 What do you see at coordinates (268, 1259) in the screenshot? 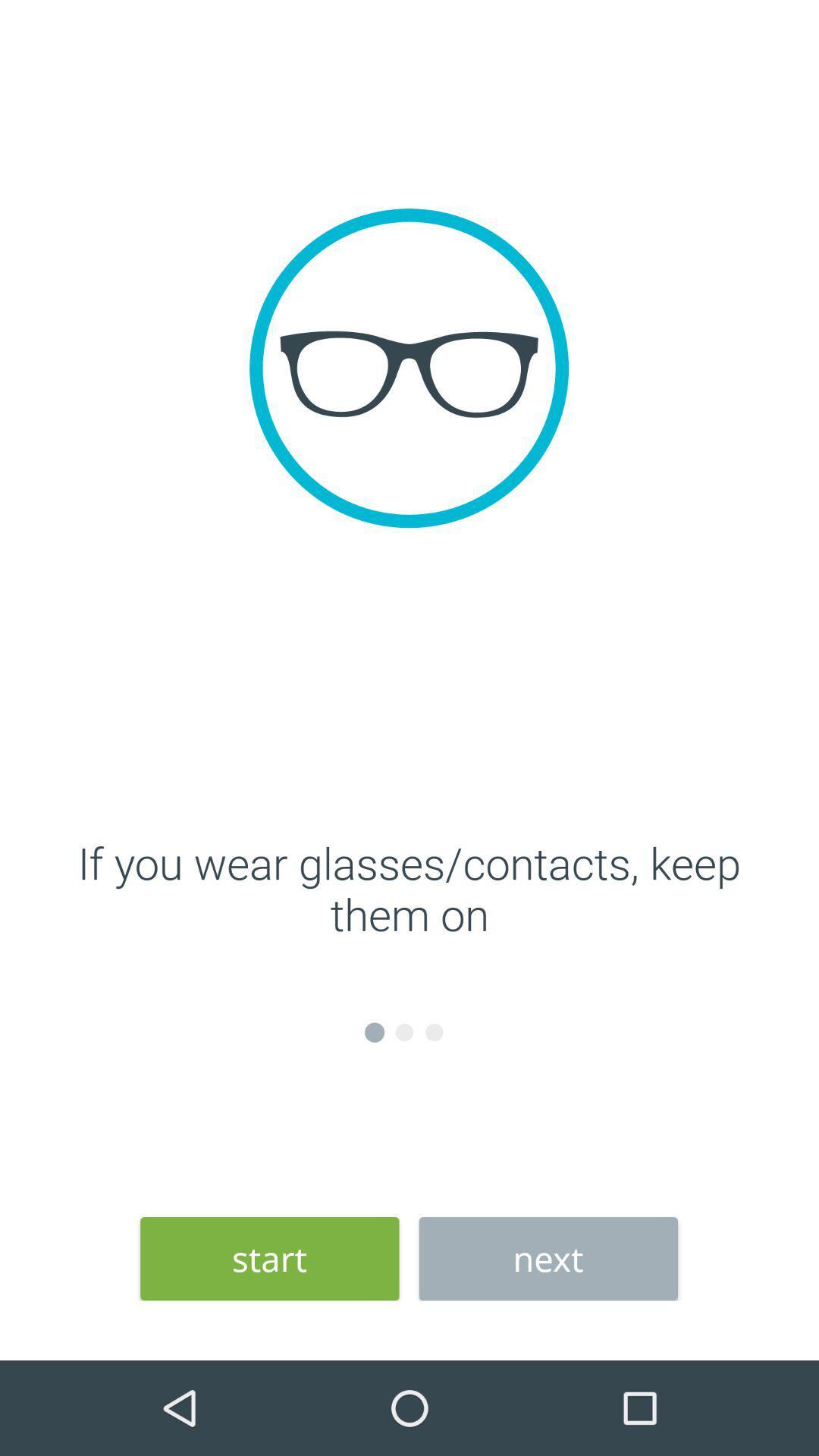
I see `icon at the bottom left corner` at bounding box center [268, 1259].